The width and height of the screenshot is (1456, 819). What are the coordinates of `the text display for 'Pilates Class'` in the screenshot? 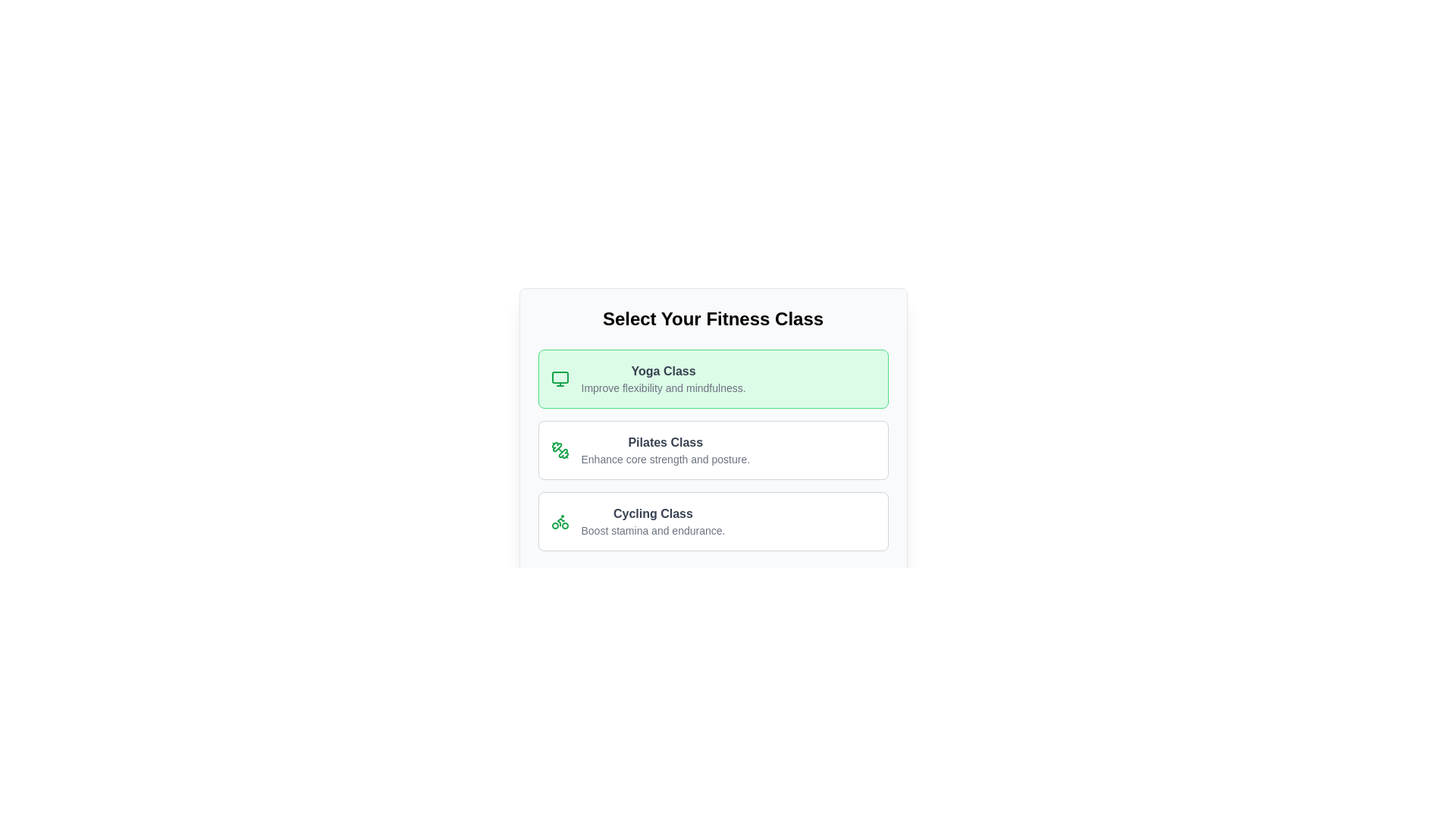 It's located at (665, 450).